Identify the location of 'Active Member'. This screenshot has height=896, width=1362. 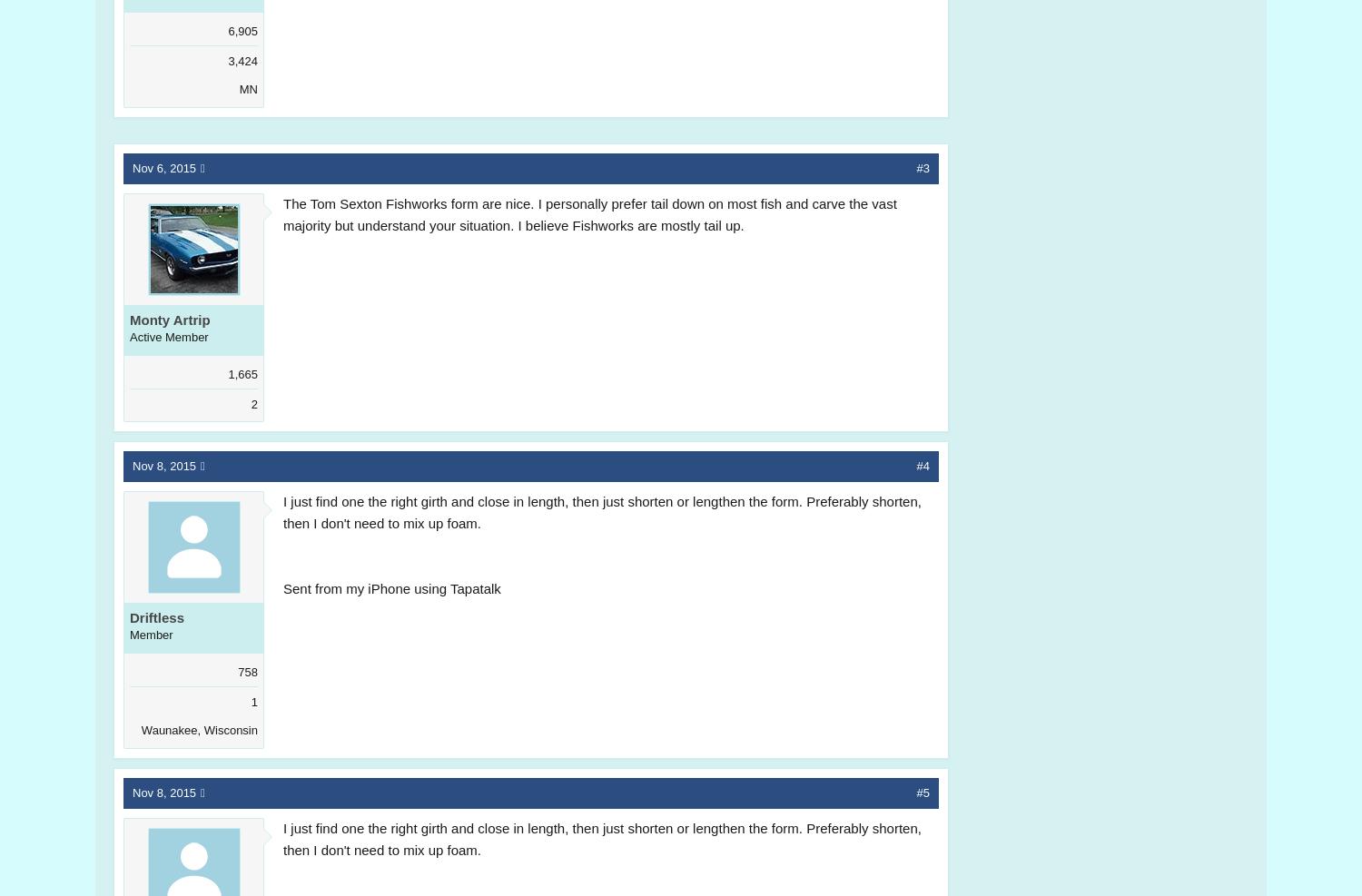
(169, 336).